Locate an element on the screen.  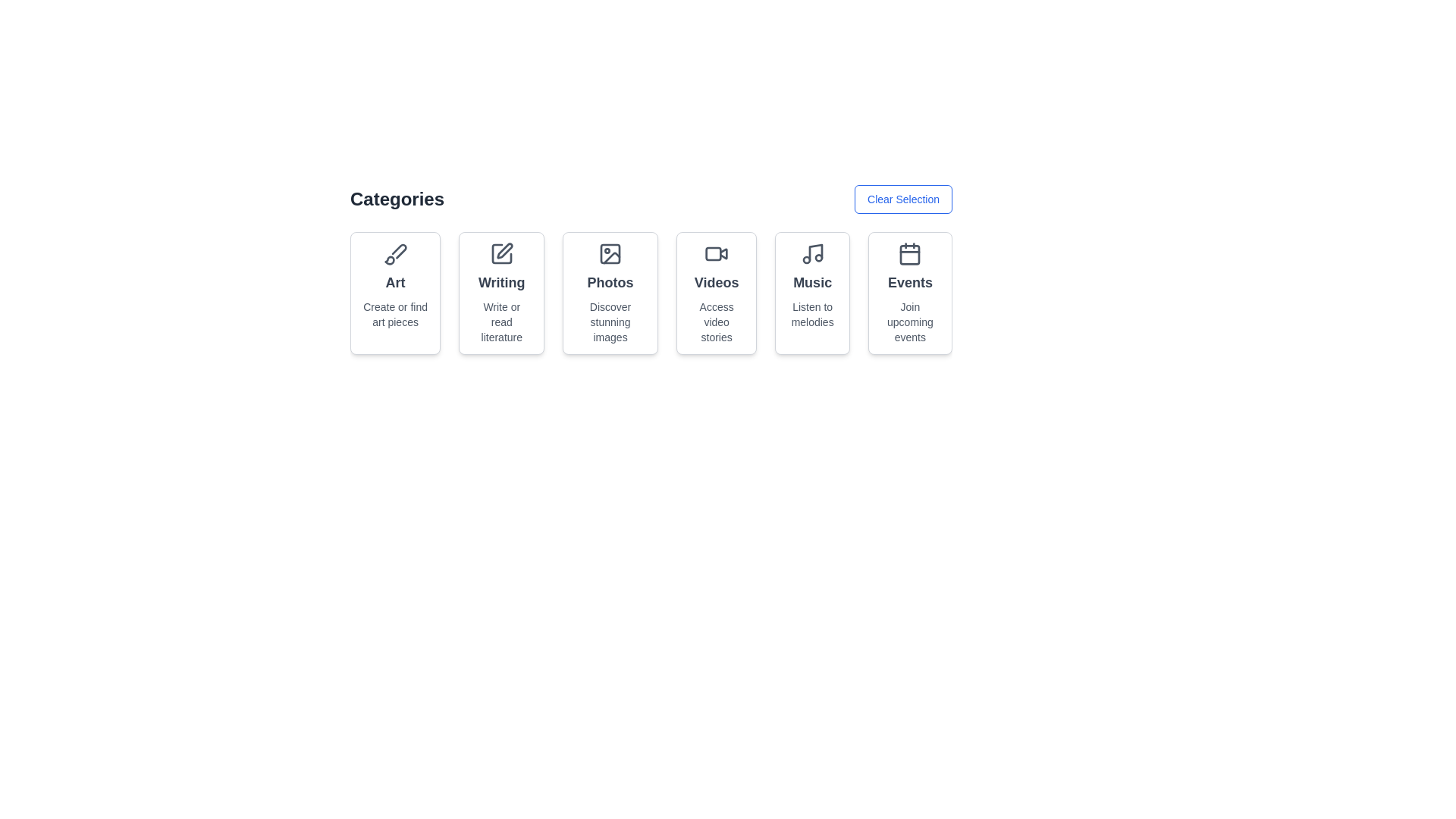
the 'Music' category icon located centrally in the upper half of the card structure is located at coordinates (811, 253).